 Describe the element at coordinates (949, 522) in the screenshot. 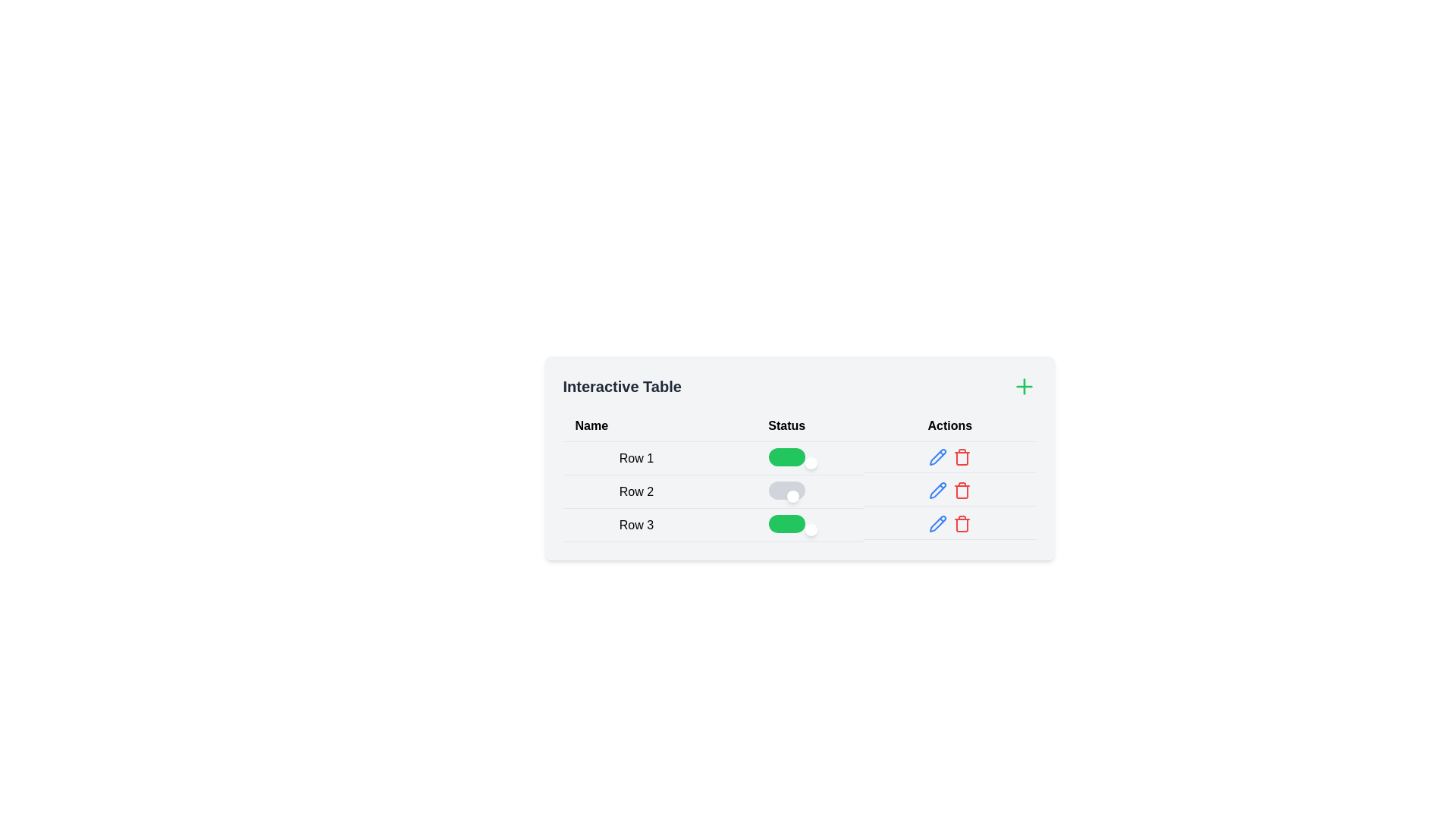

I see `the edit and delete icons located in the 'Actions' column of the third row in the 'Interactive Table'` at that location.